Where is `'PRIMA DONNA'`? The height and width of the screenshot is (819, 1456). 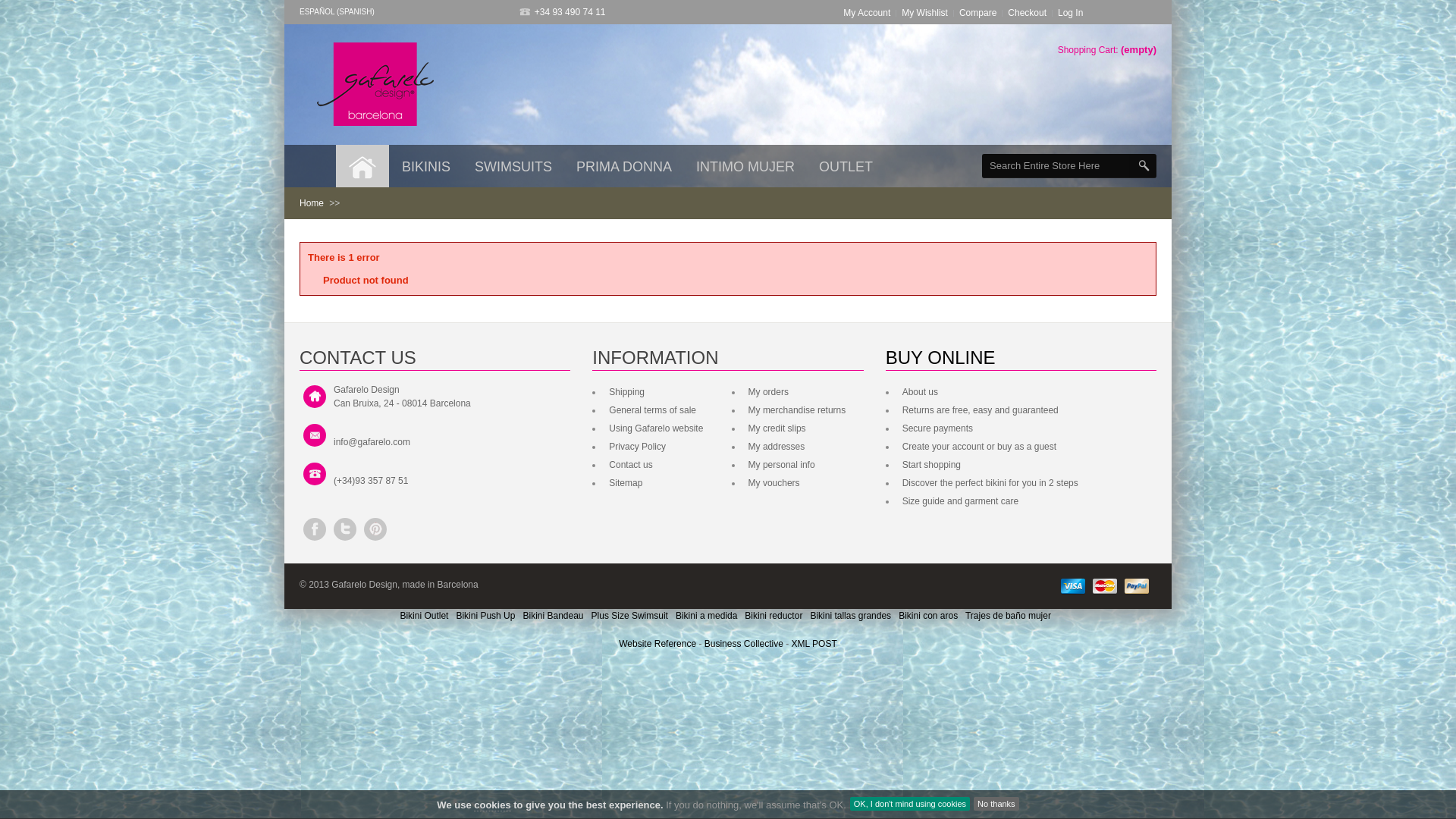
'PRIMA DONNA' is located at coordinates (563, 166).